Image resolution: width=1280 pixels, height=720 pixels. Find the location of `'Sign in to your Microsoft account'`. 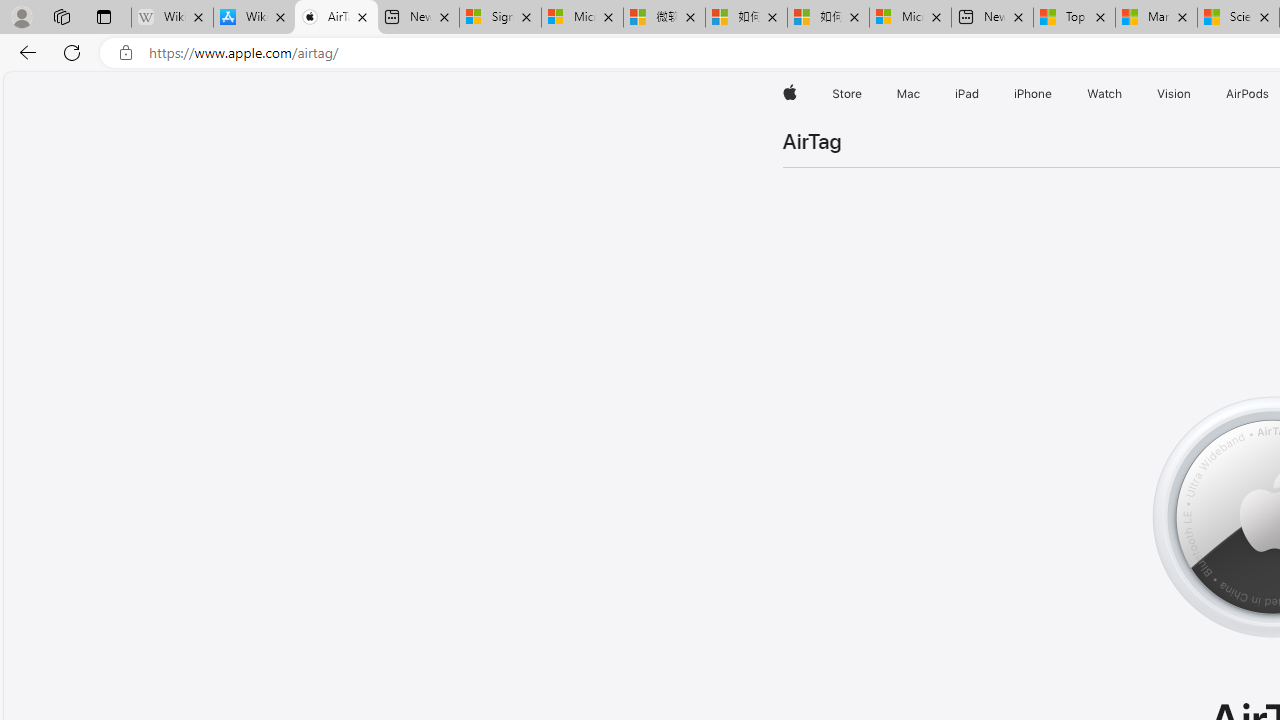

'Sign in to your Microsoft account' is located at coordinates (500, 17).